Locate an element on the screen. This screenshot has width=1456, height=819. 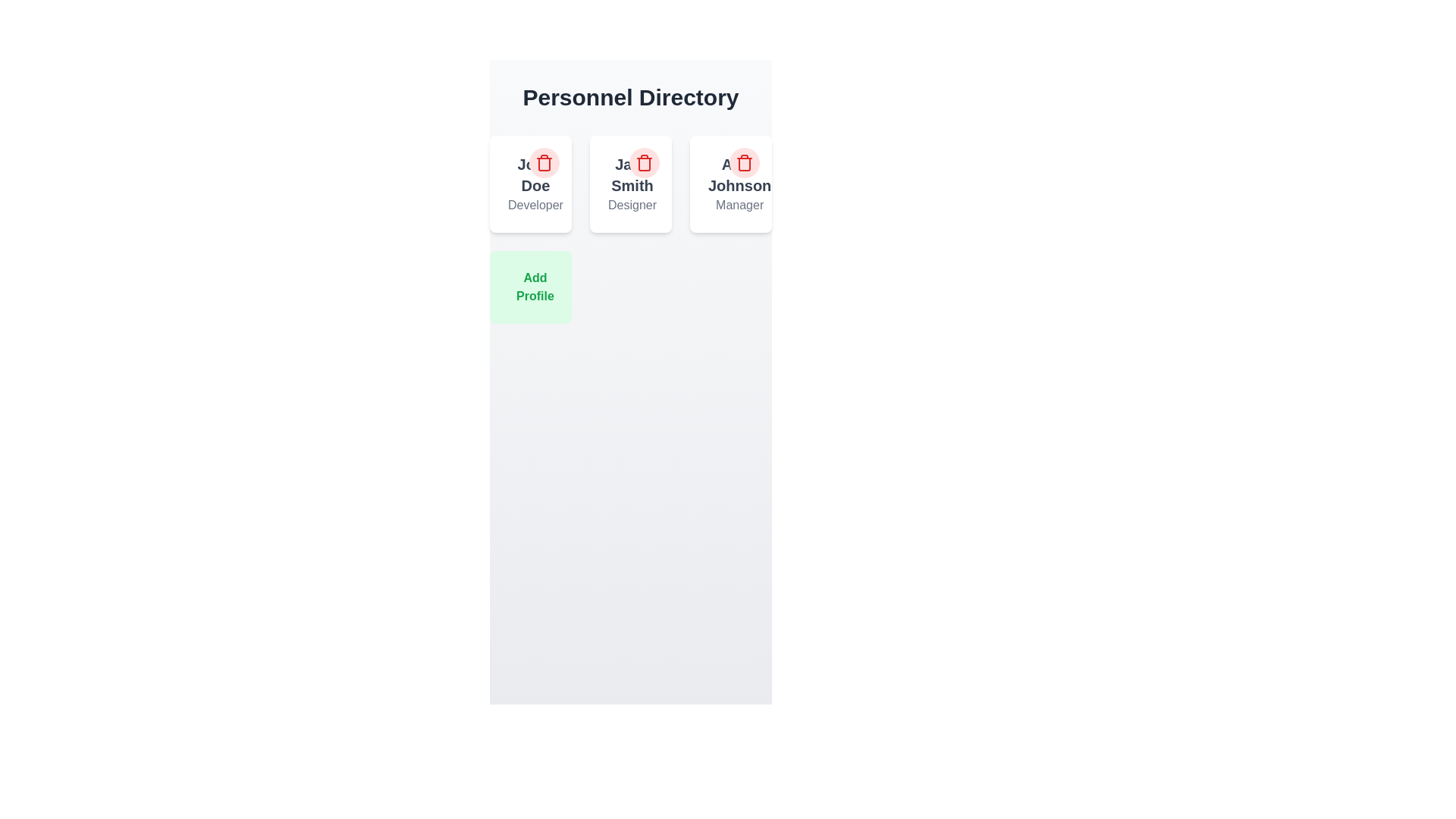
the Profile card UI component containing 'John Doe' is located at coordinates (531, 184).